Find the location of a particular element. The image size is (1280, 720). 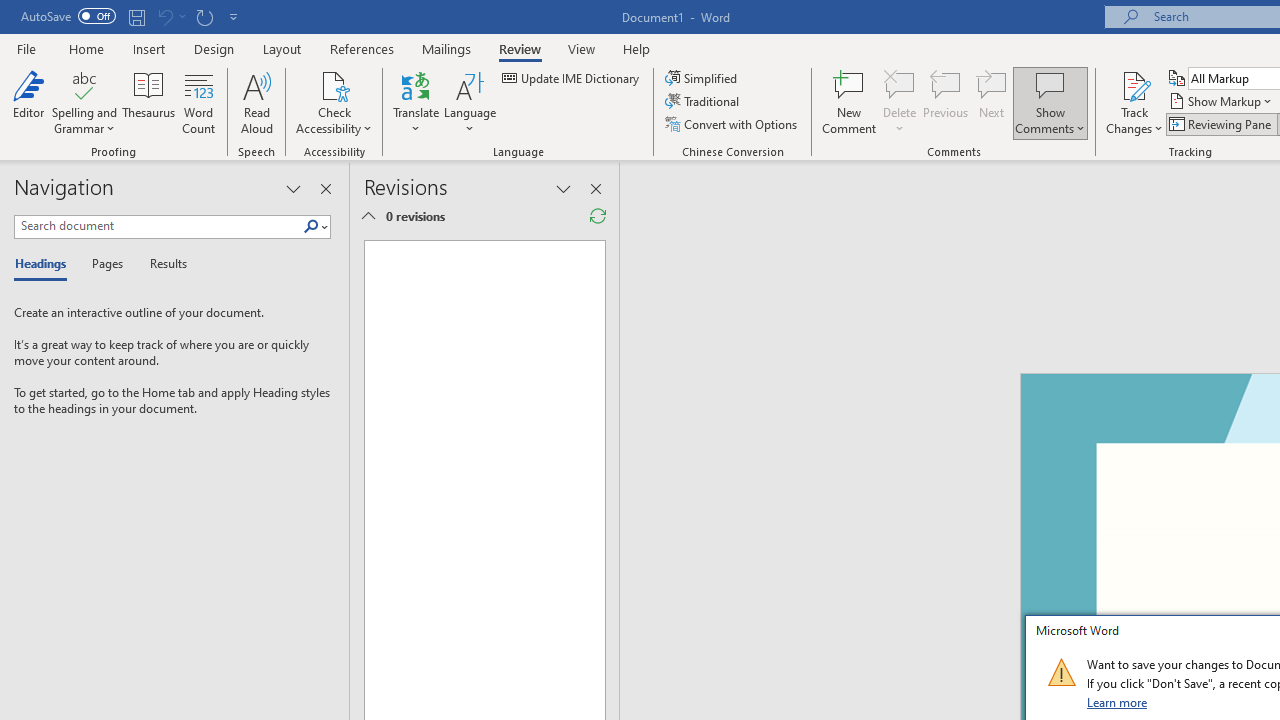

'Spelling and Grammar' is located at coordinates (84, 103).